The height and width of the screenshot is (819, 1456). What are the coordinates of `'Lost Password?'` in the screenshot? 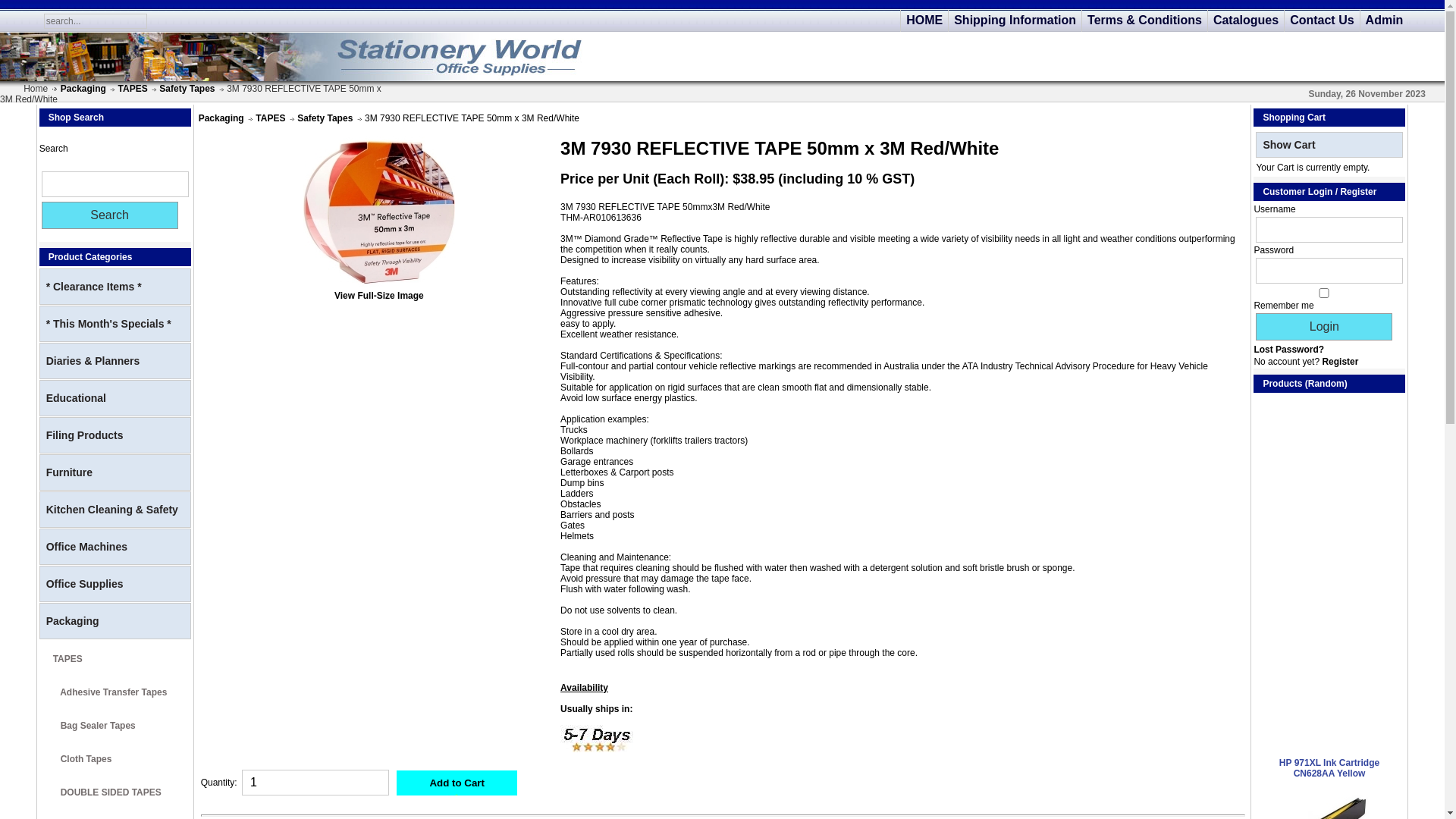 It's located at (1253, 350).